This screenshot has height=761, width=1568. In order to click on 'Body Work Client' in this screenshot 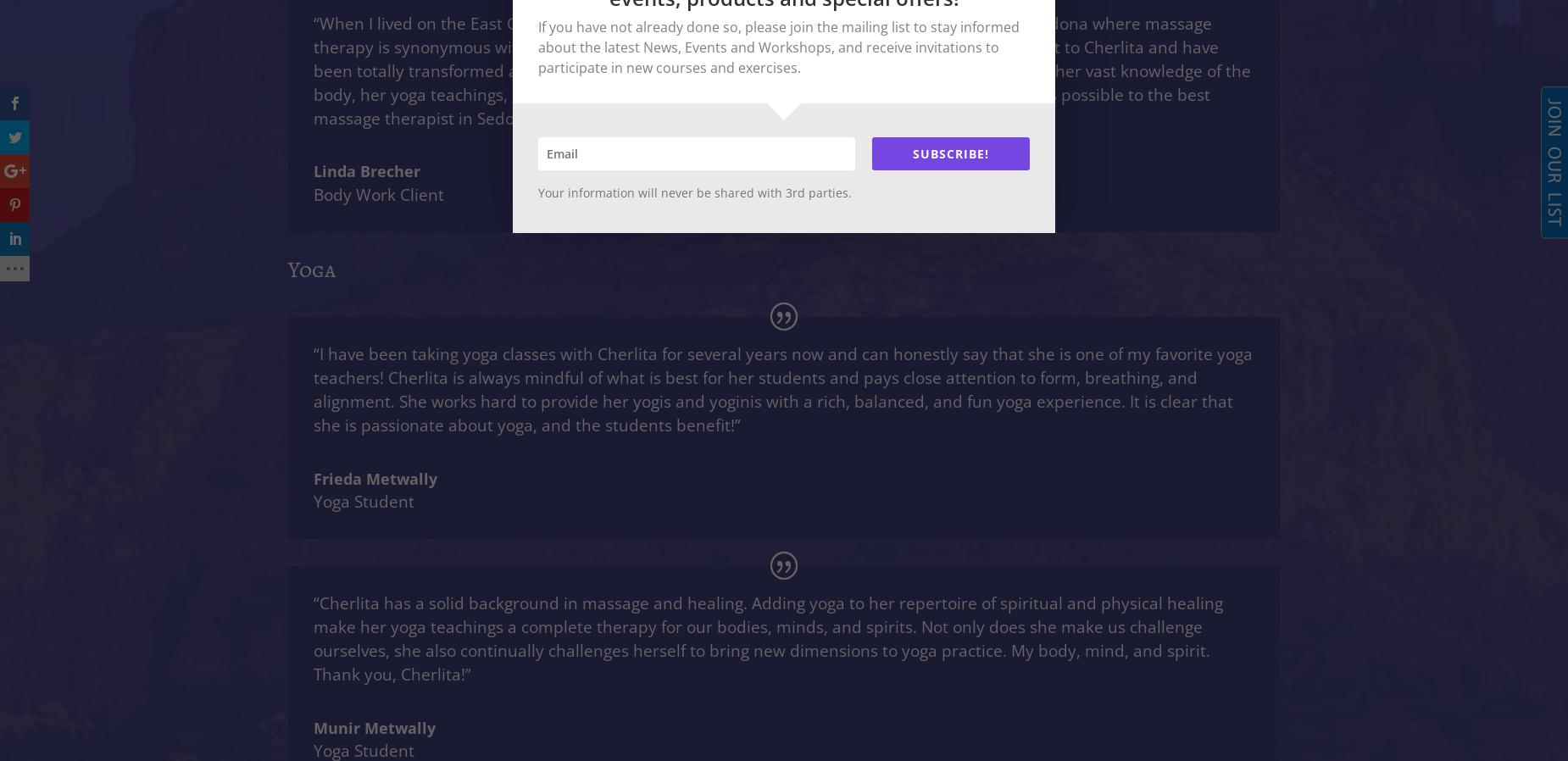, I will do `click(377, 193)`.